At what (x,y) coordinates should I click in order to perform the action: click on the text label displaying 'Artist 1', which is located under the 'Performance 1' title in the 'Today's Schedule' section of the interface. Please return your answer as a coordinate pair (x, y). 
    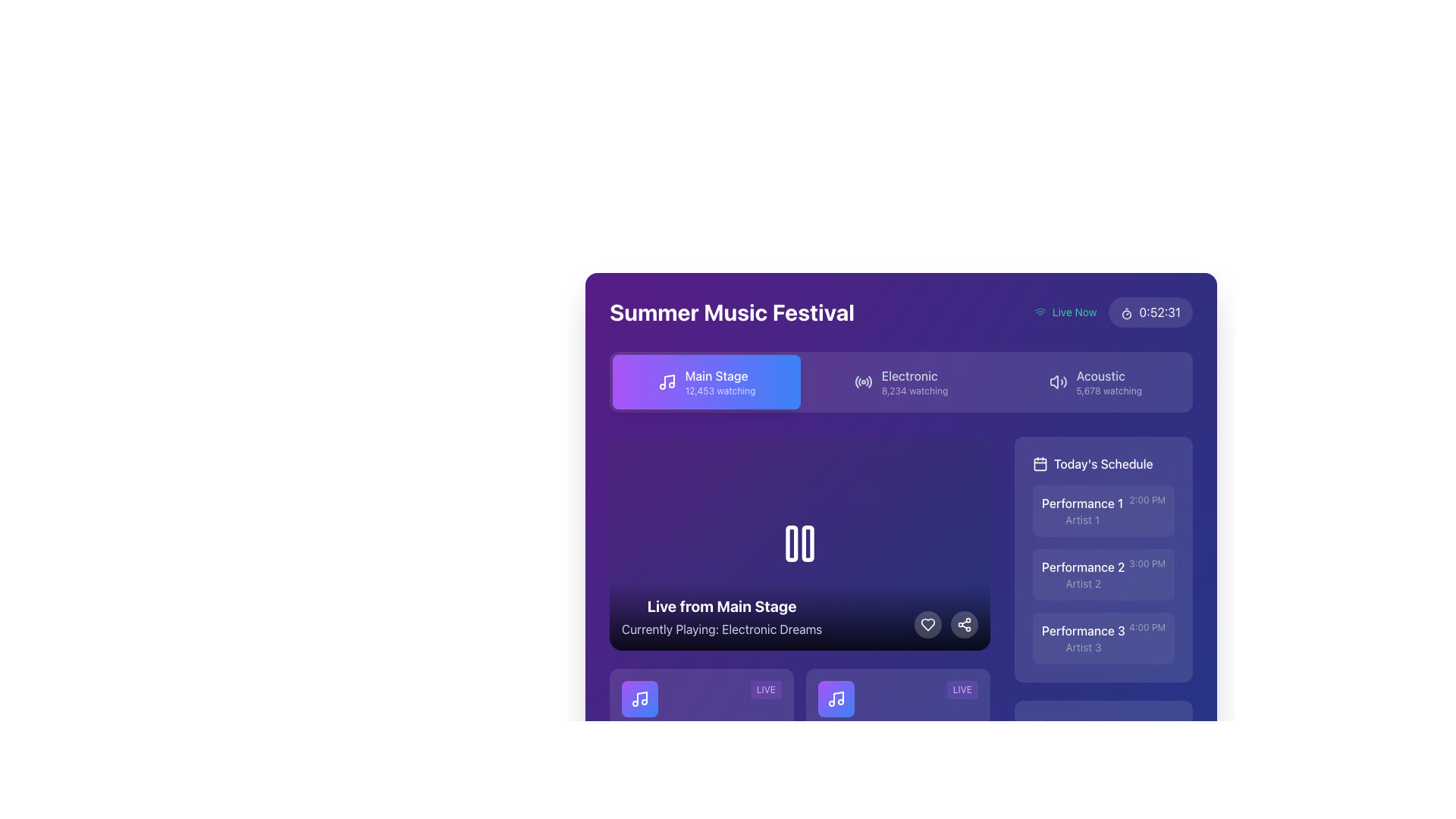
    Looking at the image, I should click on (1081, 519).